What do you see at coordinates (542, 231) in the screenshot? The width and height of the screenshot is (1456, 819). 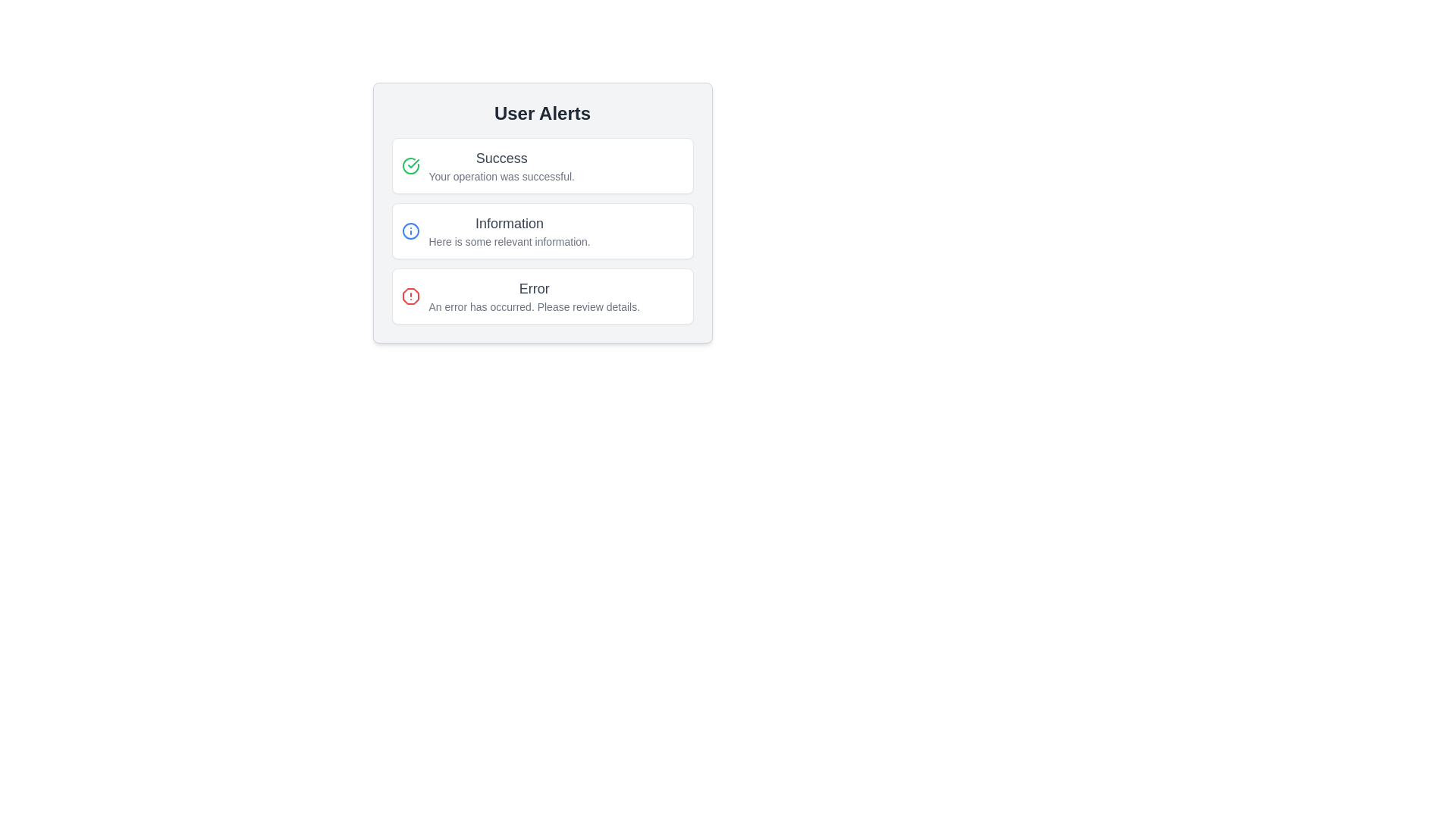 I see `information displayed in the second alert box, which is positioned between the 'Success' alert and the 'Error' alert in the vertical list of alert boxes` at bounding box center [542, 231].